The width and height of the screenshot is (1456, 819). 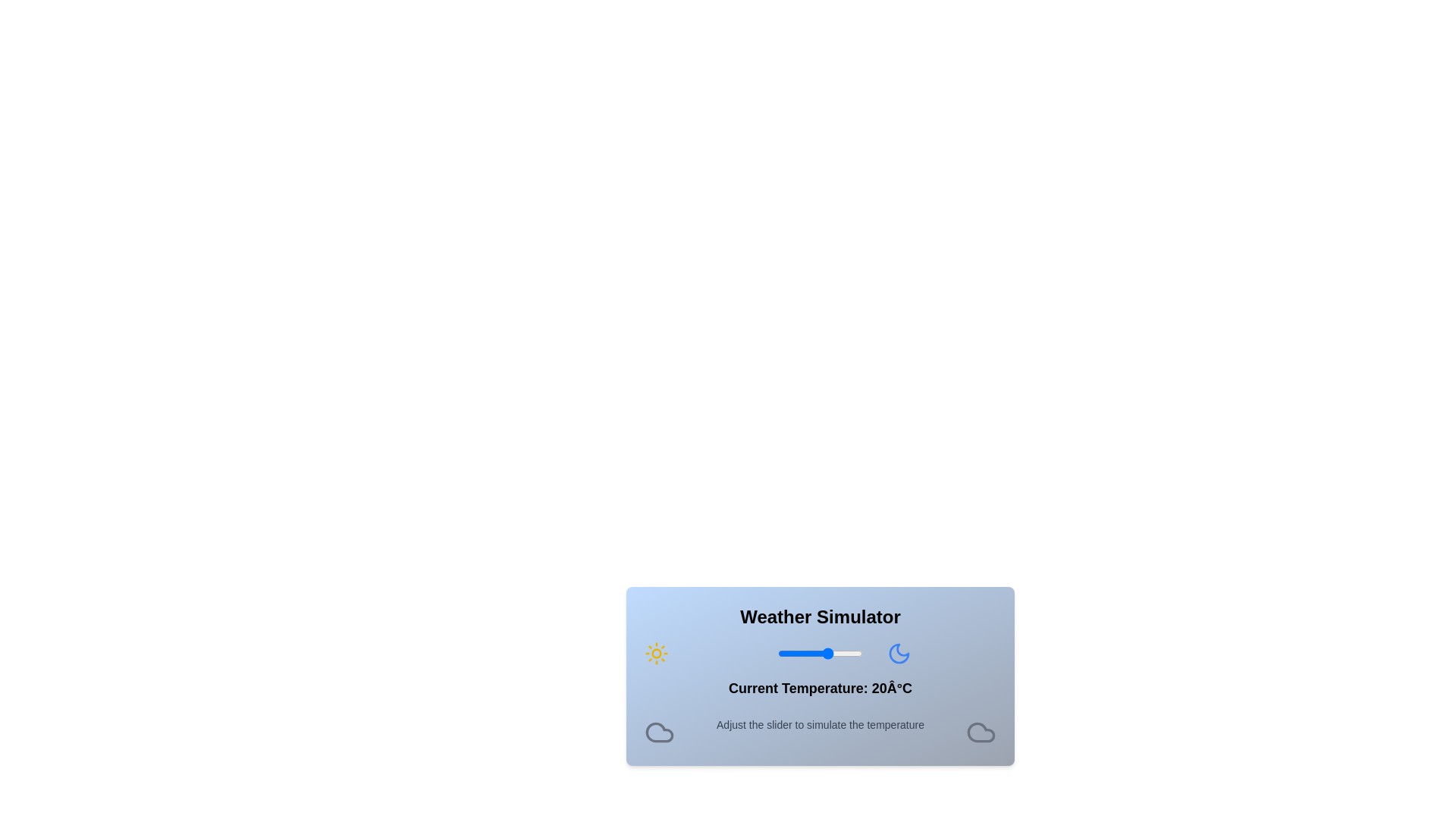 What do you see at coordinates (786, 652) in the screenshot?
I see `the temperature slider to set the temperature to -5 degrees Celsius` at bounding box center [786, 652].